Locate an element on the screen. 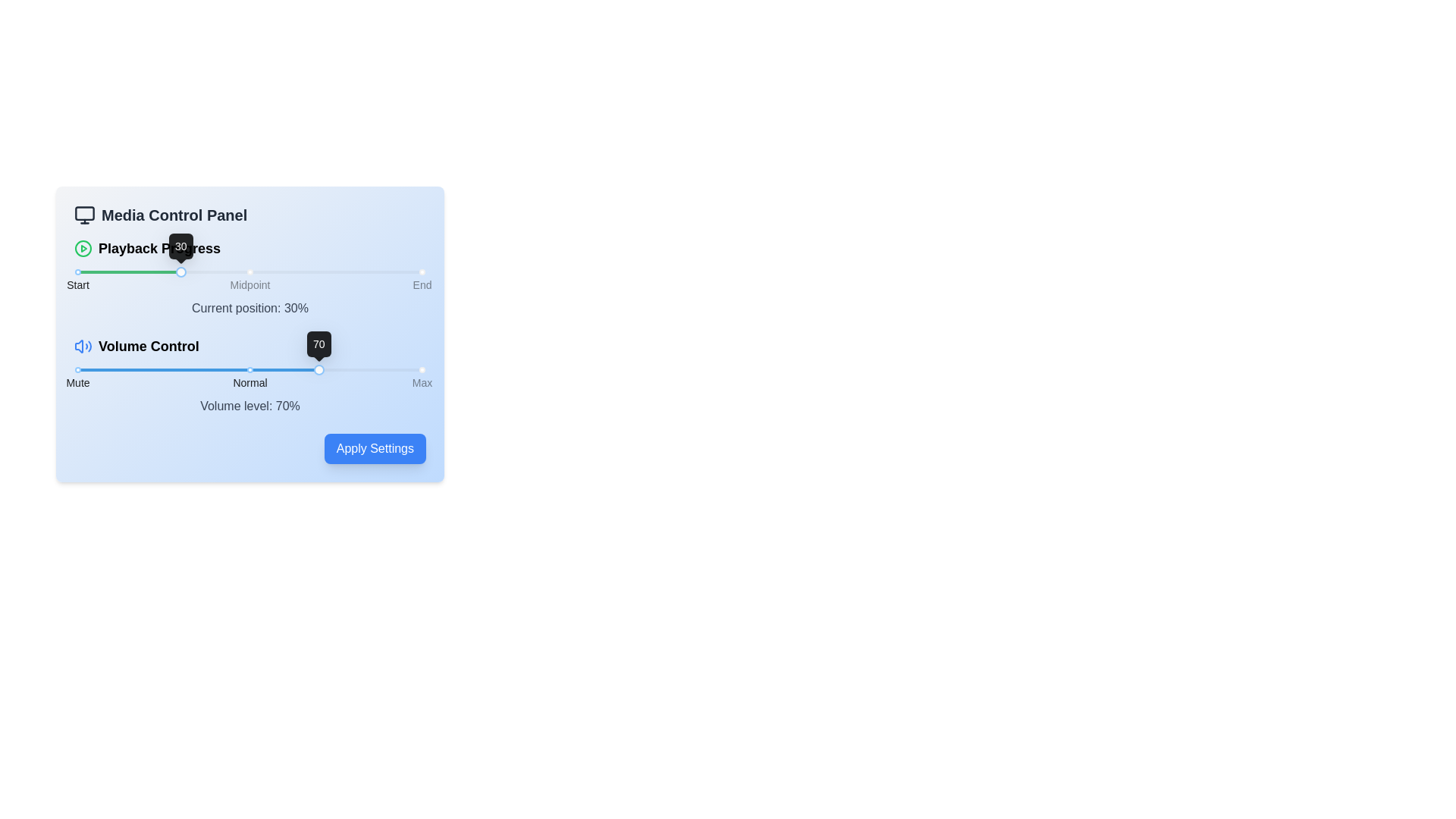  the slider is located at coordinates (123, 370).